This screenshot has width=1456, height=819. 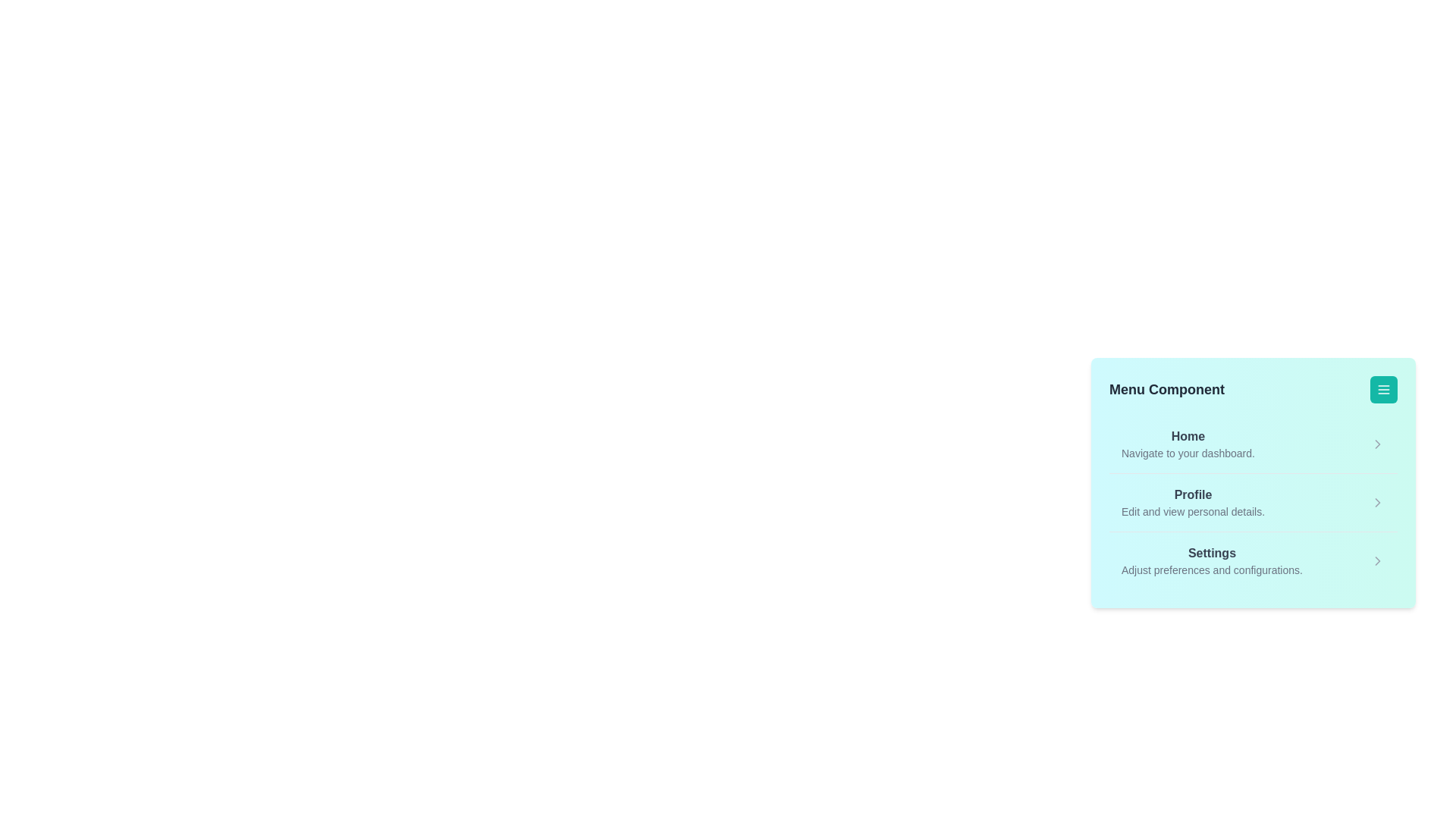 What do you see at coordinates (1187, 444) in the screenshot?
I see `the menu item Home from the menu list` at bounding box center [1187, 444].